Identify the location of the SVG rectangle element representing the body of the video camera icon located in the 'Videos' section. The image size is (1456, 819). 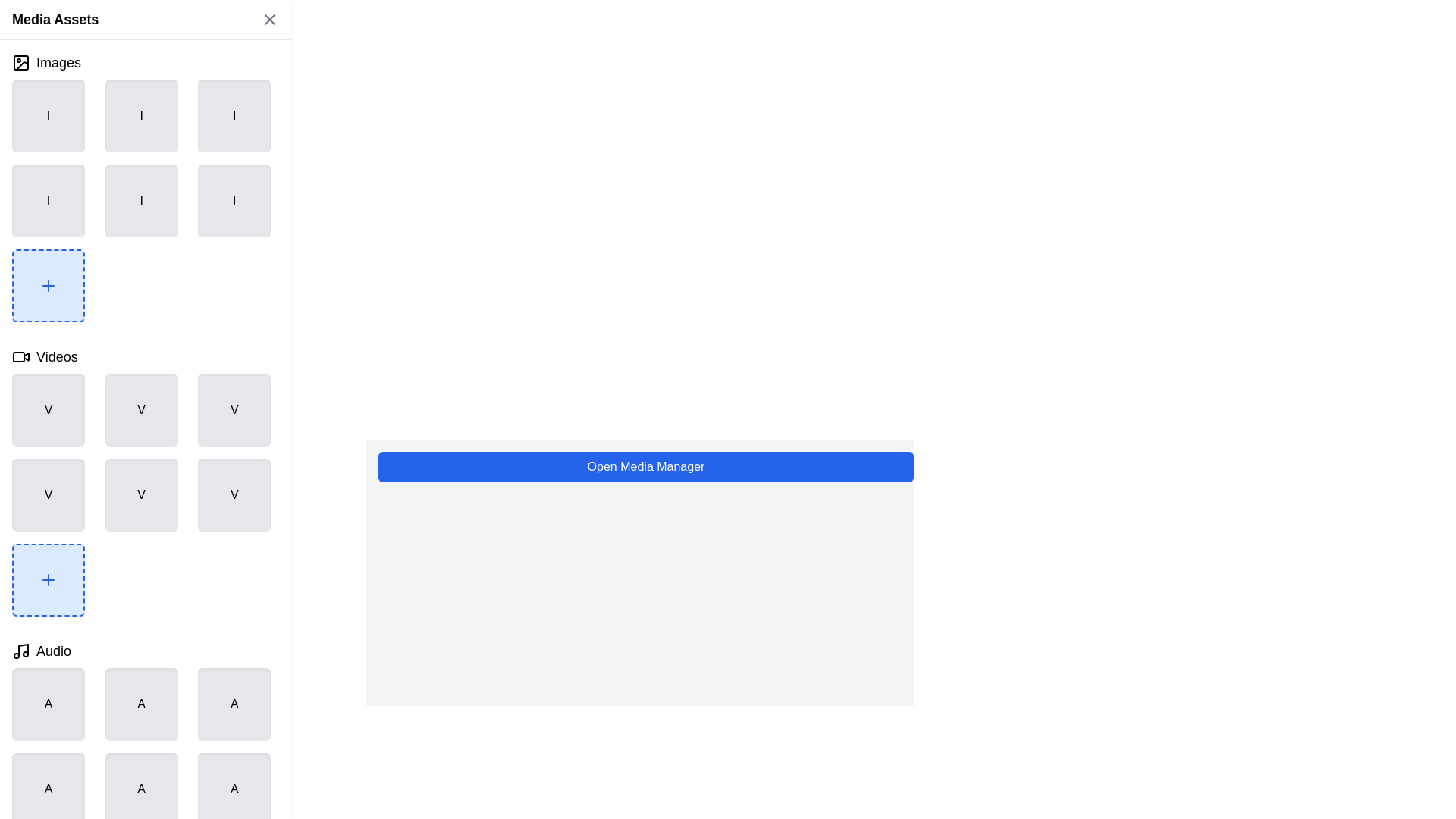
(18, 356).